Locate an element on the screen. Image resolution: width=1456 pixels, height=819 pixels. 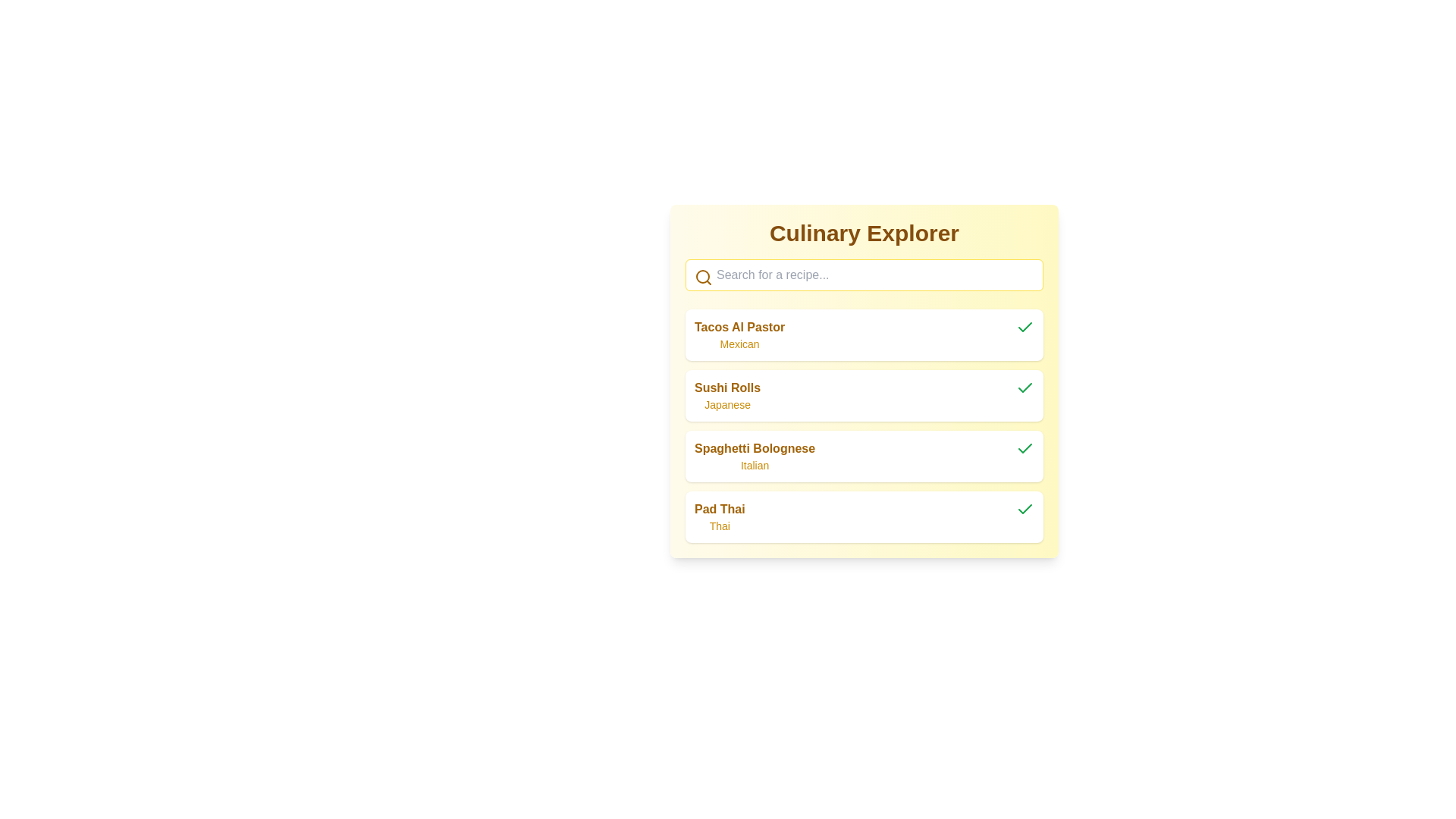
the fourth item in the list representing 'Pad Thai' is located at coordinates (864, 516).